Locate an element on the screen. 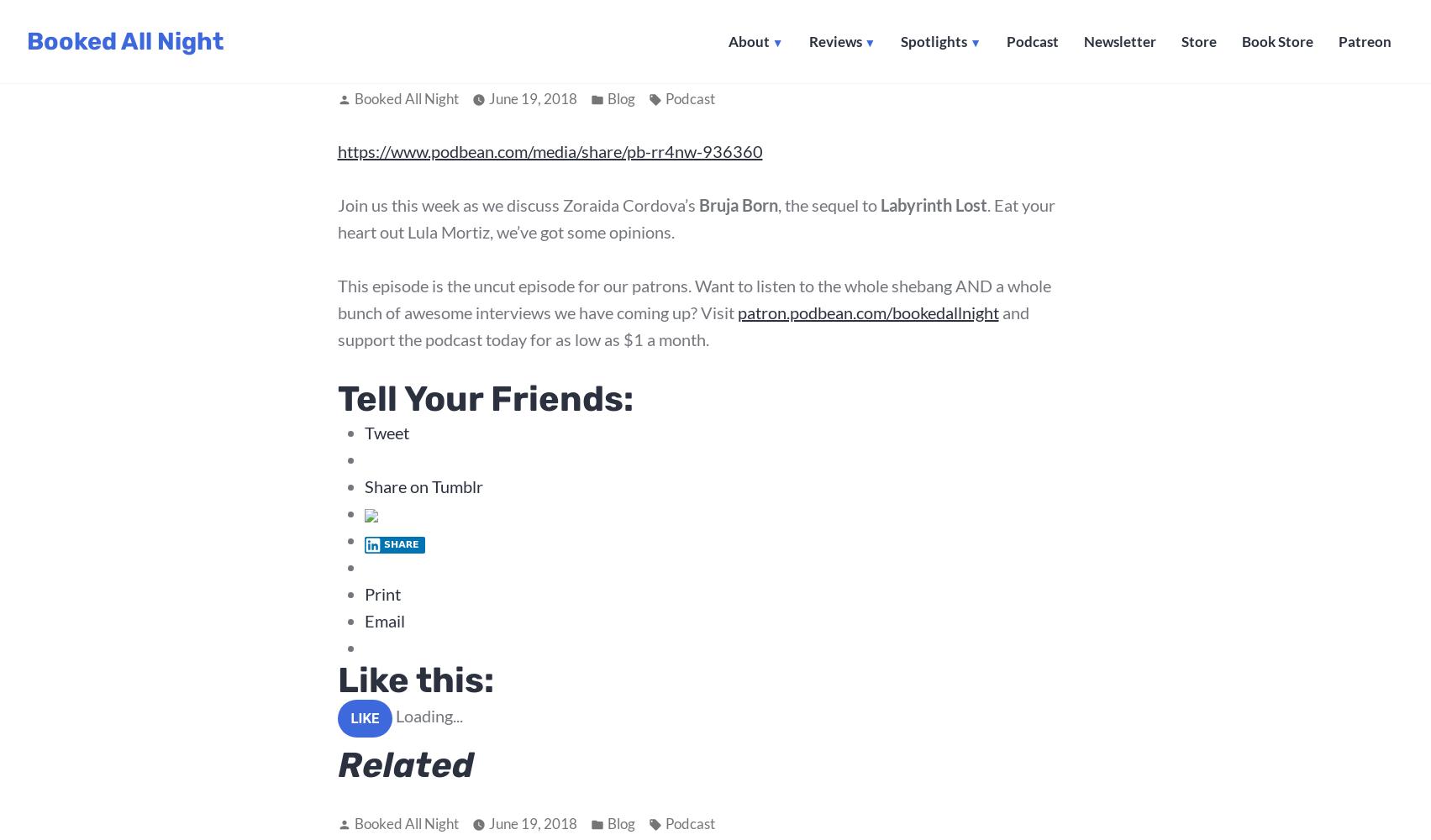 Image resolution: width=1431 pixels, height=840 pixels. 'Join us this week as we discuss Zoraida Cordova’s' is located at coordinates (516, 204).